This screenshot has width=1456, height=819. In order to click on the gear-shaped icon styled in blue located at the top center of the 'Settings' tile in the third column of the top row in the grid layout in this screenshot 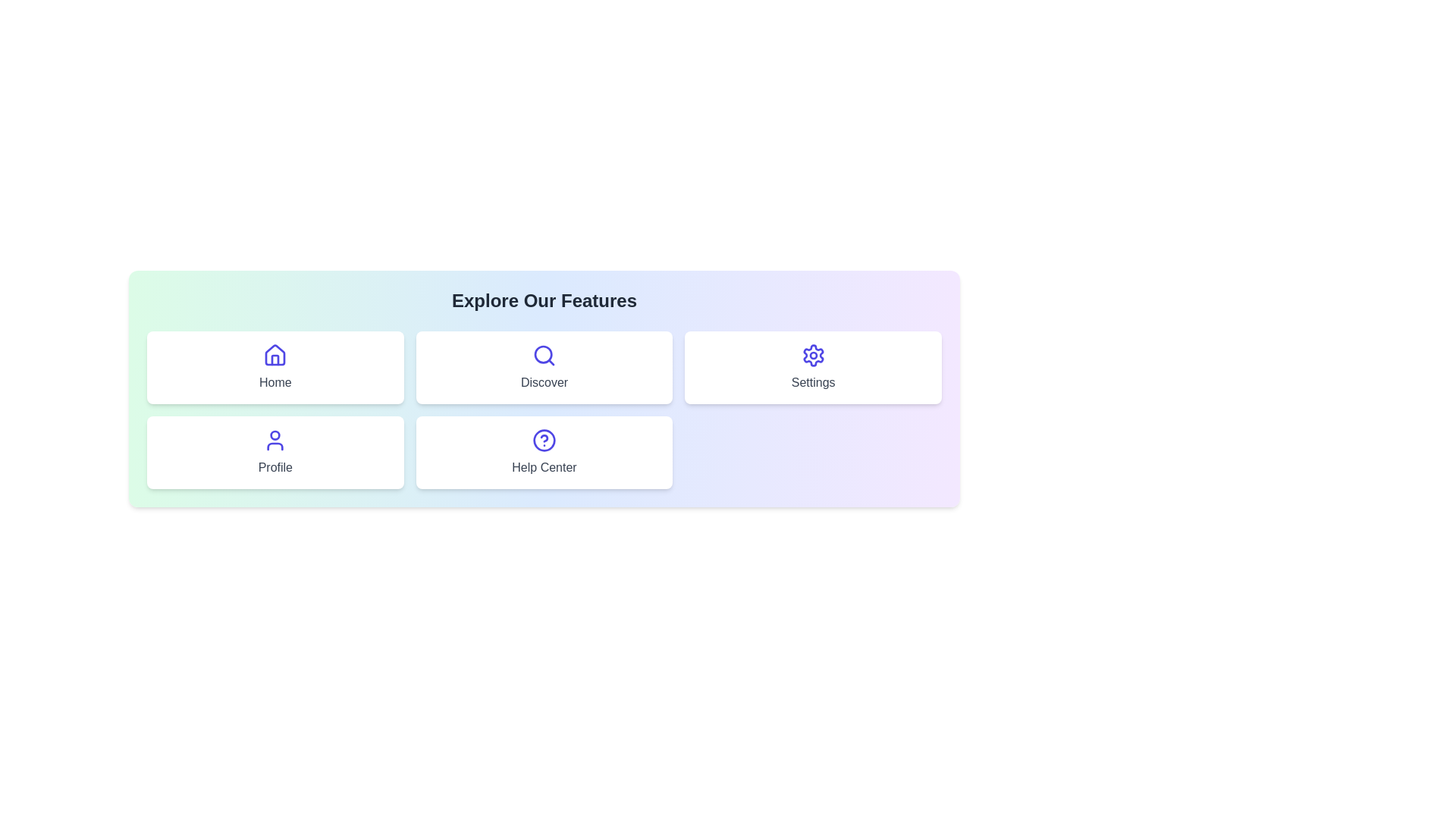, I will do `click(812, 356)`.